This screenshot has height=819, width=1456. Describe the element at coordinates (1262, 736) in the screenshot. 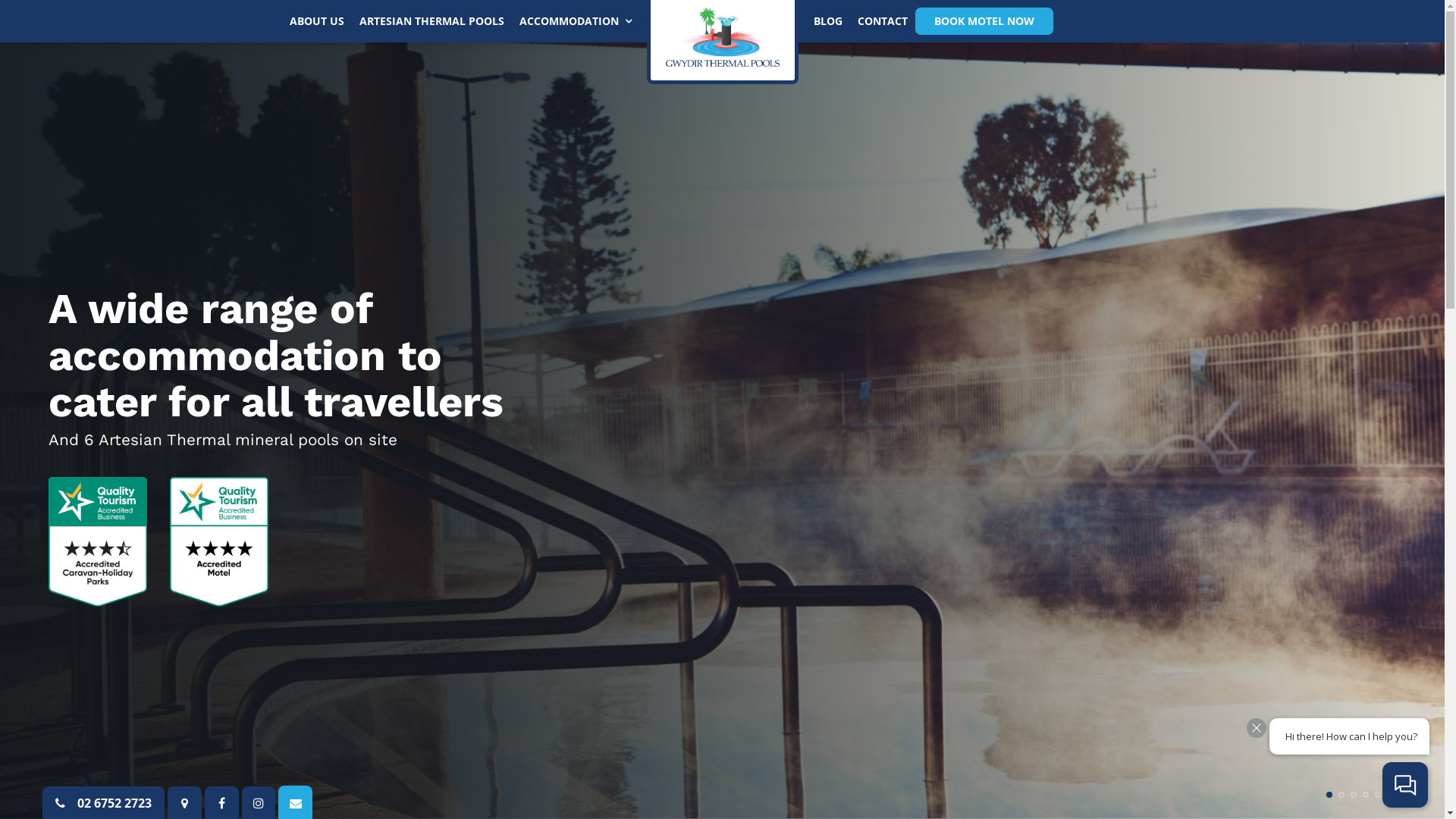

I see `'greeting'` at that location.